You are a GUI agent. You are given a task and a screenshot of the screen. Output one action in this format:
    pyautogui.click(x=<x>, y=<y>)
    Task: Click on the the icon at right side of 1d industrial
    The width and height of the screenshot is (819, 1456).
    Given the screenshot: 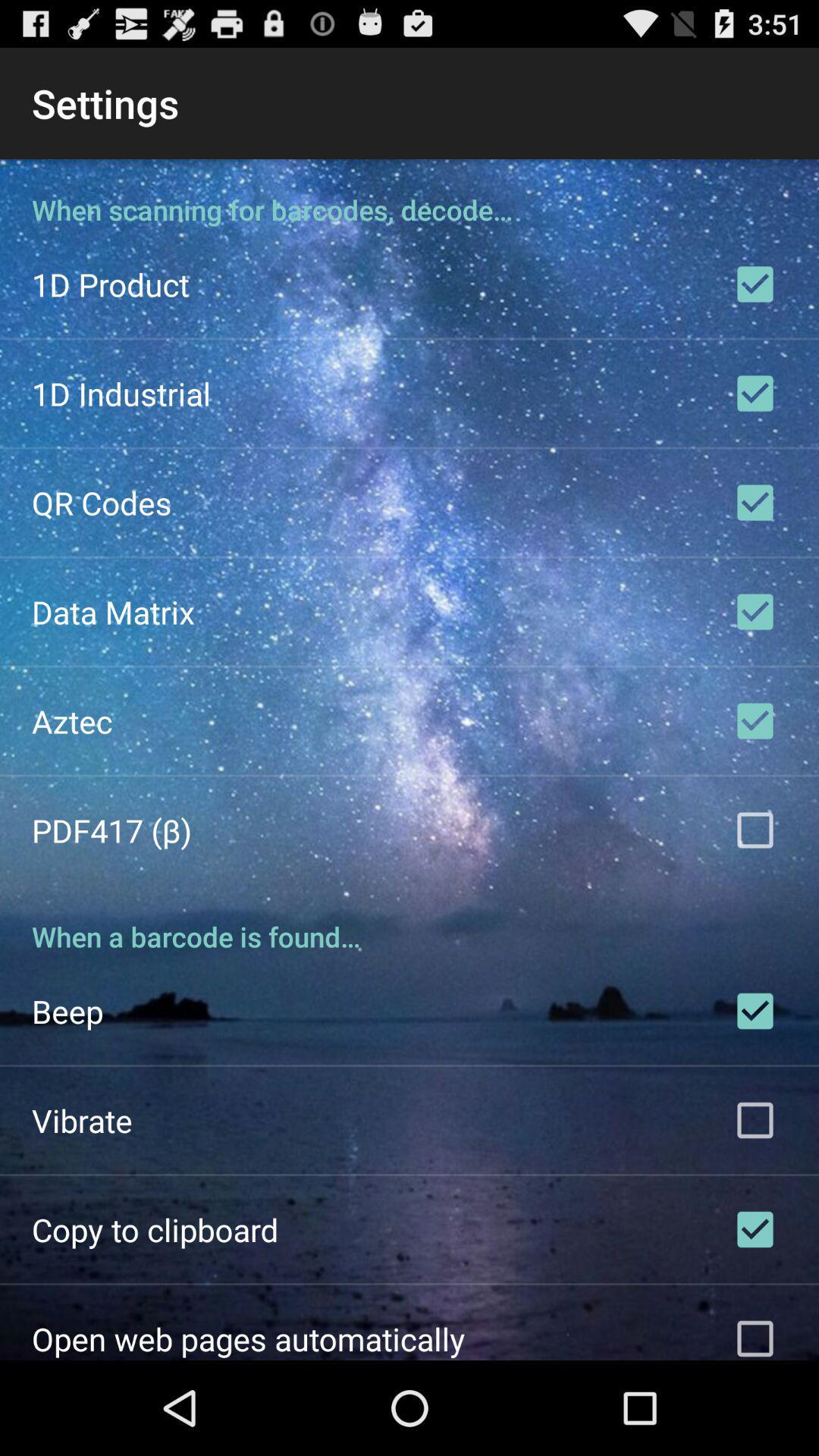 What is the action you would take?
    pyautogui.click(x=755, y=393)
    